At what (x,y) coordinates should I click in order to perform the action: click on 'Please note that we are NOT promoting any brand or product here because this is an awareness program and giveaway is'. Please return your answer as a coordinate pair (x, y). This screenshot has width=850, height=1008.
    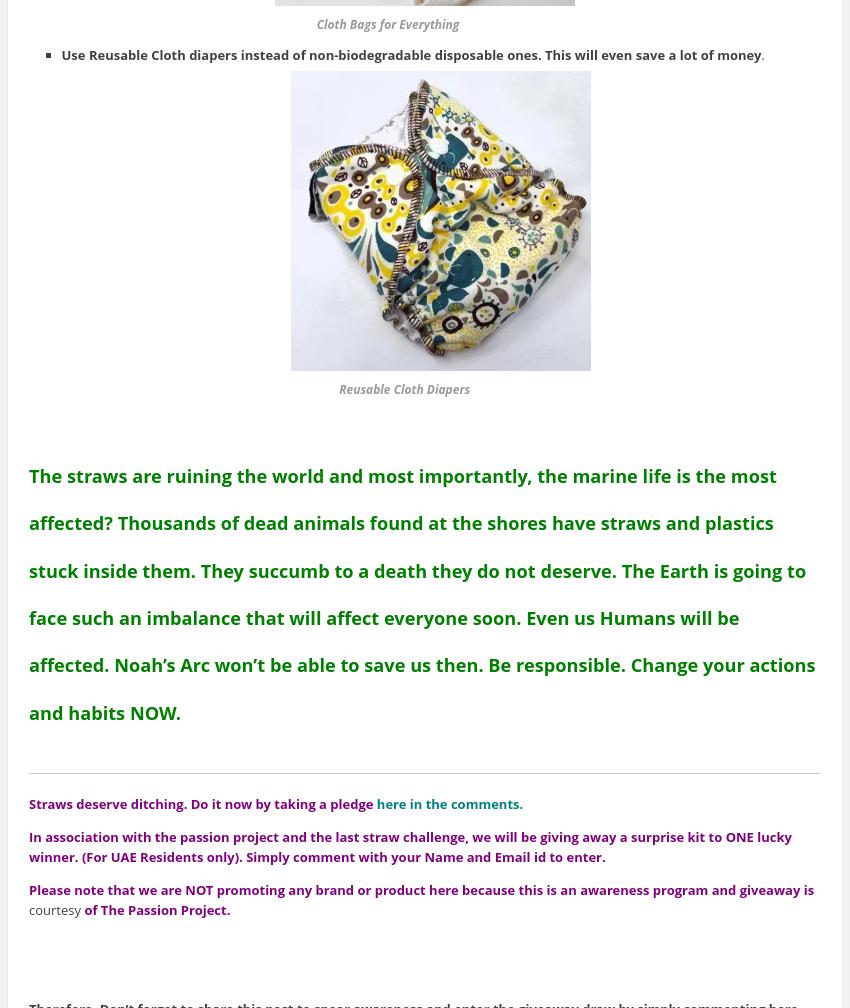
    Looking at the image, I should click on (421, 889).